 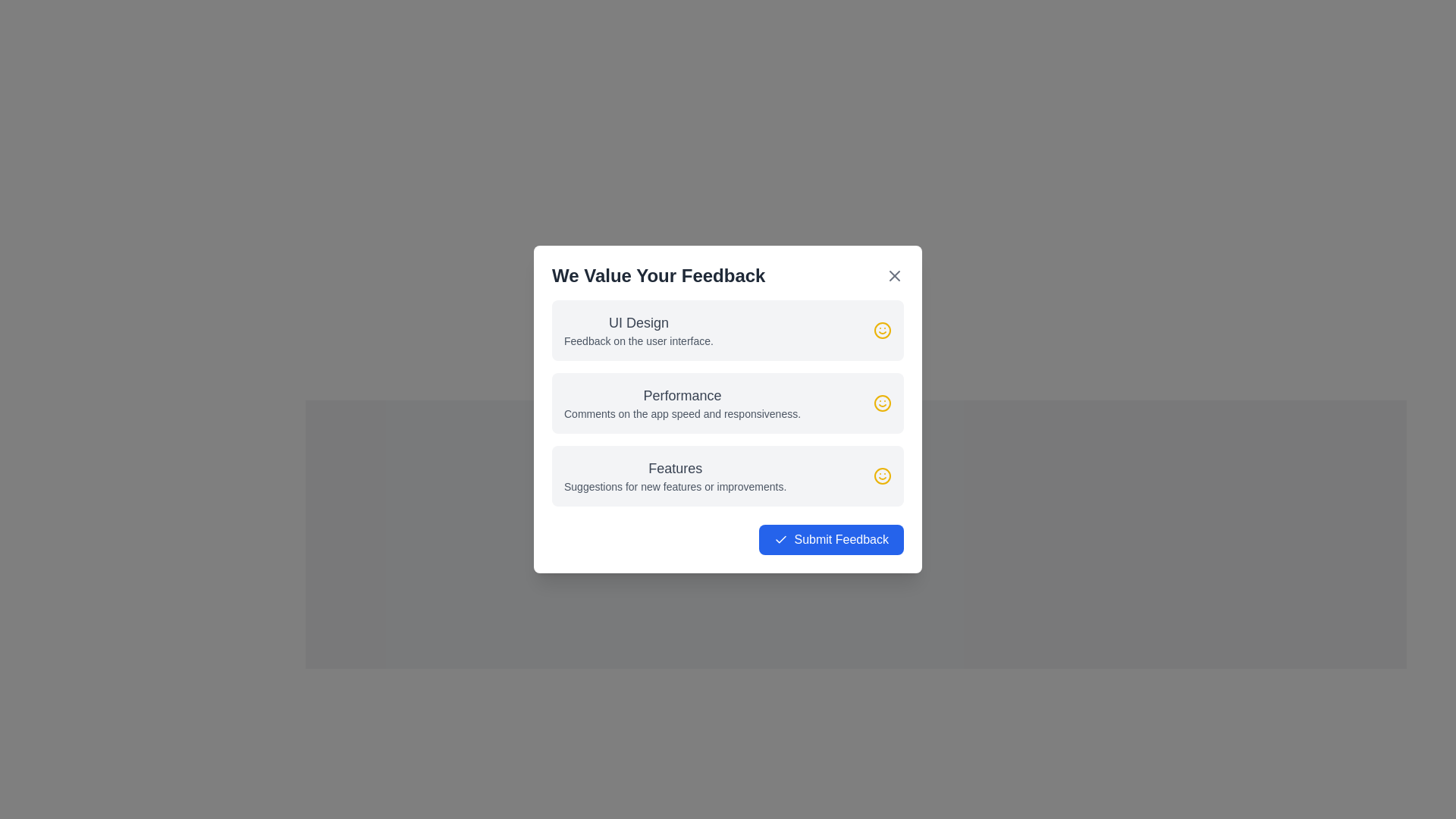 What do you see at coordinates (728, 275) in the screenshot?
I see `text from the header of the feedback dialog box to understand its purpose, which is located at the top section and spans horizontally across the dialog’s width` at bounding box center [728, 275].